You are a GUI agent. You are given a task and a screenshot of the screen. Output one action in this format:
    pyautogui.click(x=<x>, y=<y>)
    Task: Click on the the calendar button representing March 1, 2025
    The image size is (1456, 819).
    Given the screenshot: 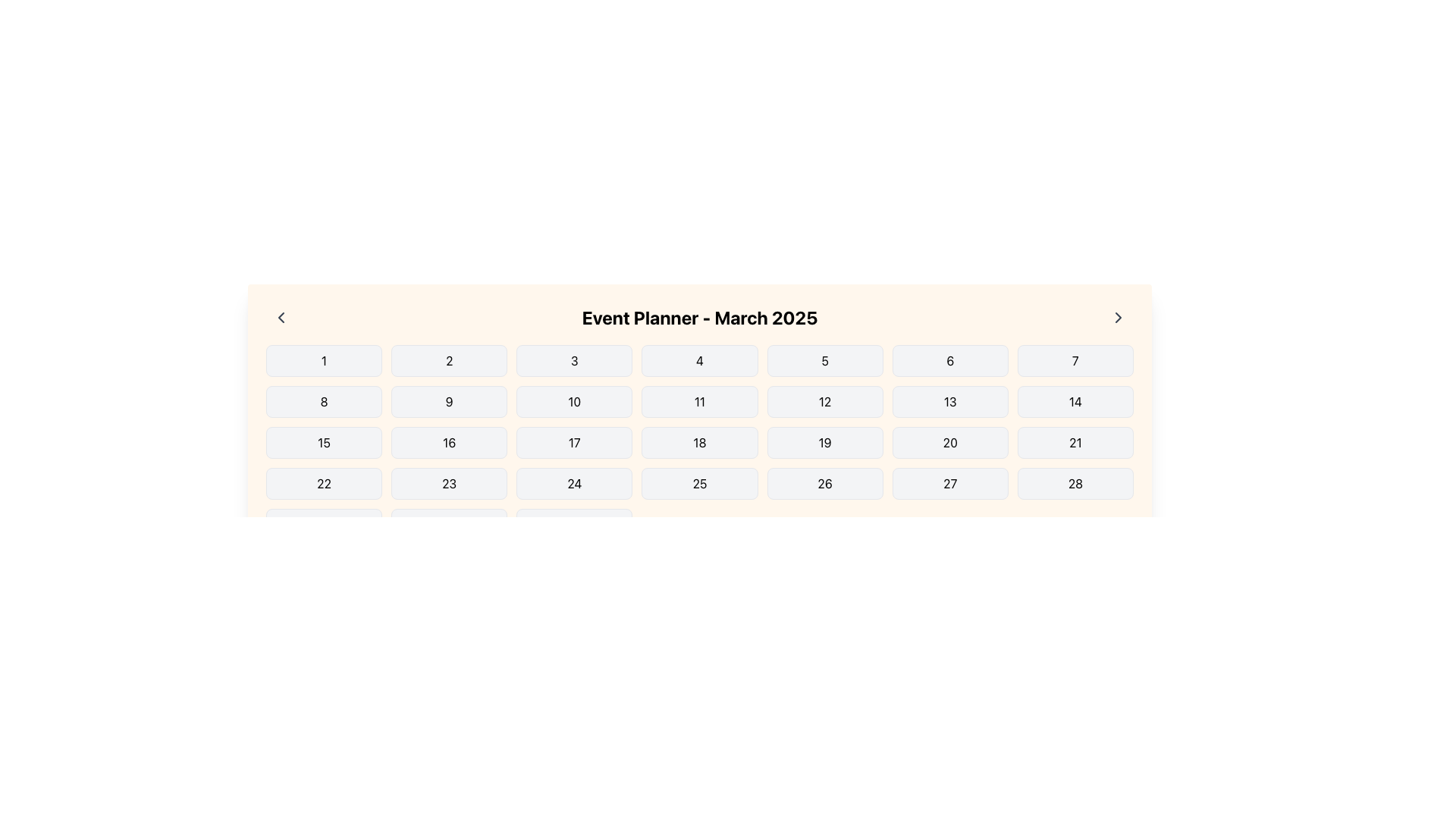 What is the action you would take?
    pyautogui.click(x=323, y=360)
    